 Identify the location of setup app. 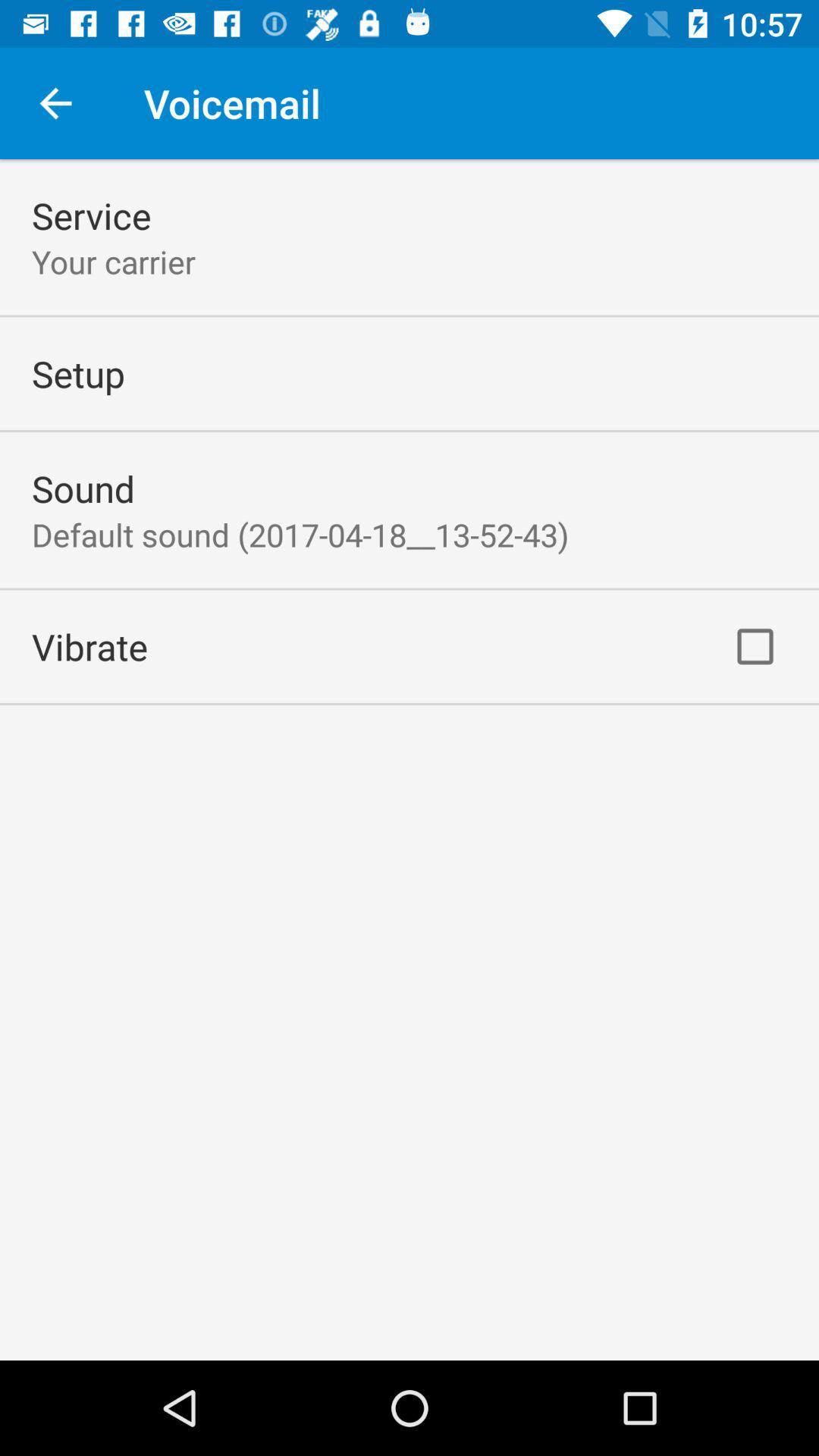
(78, 373).